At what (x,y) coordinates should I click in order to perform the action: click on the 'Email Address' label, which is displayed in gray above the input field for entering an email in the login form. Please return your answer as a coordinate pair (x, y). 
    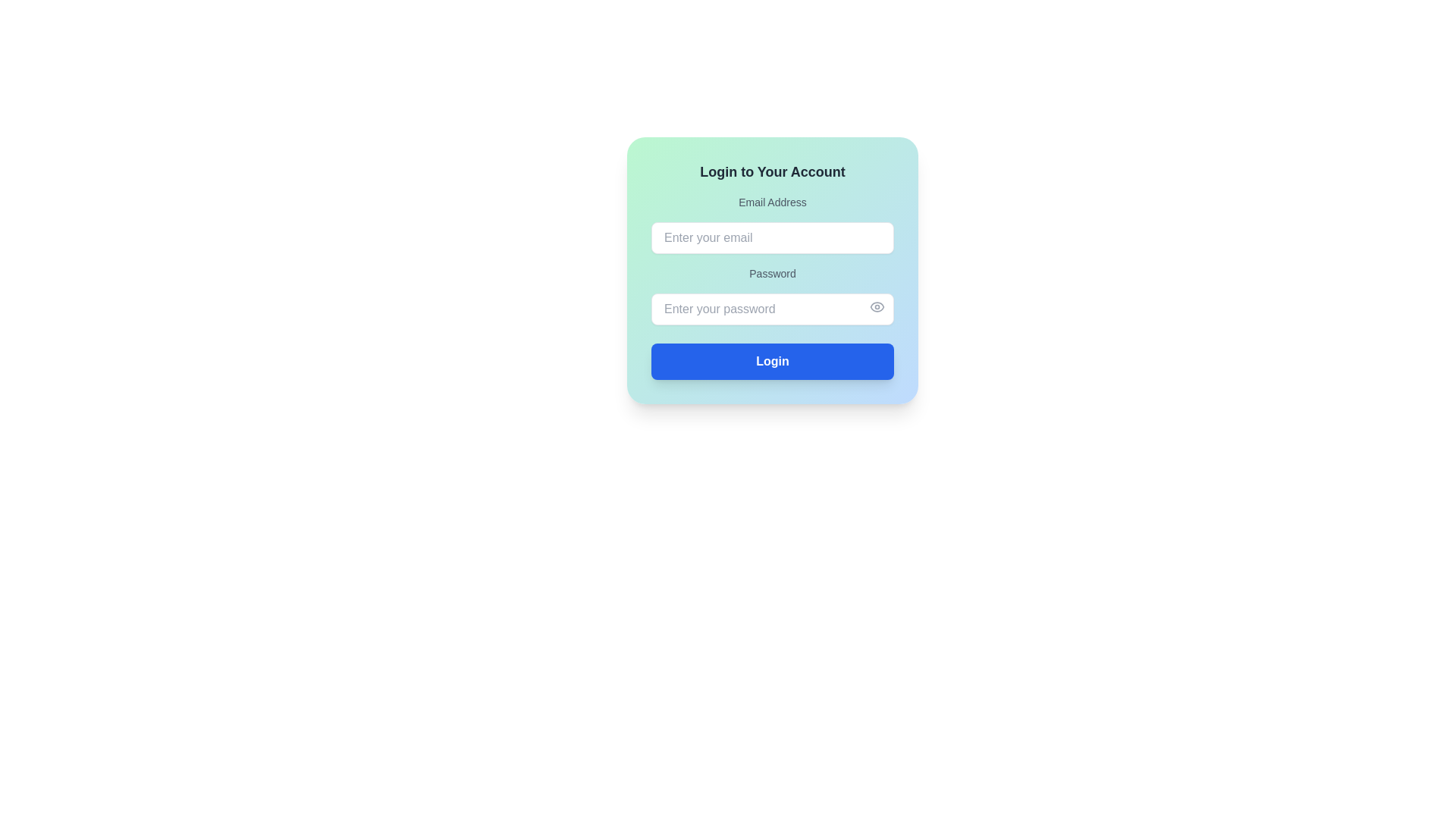
    Looking at the image, I should click on (772, 201).